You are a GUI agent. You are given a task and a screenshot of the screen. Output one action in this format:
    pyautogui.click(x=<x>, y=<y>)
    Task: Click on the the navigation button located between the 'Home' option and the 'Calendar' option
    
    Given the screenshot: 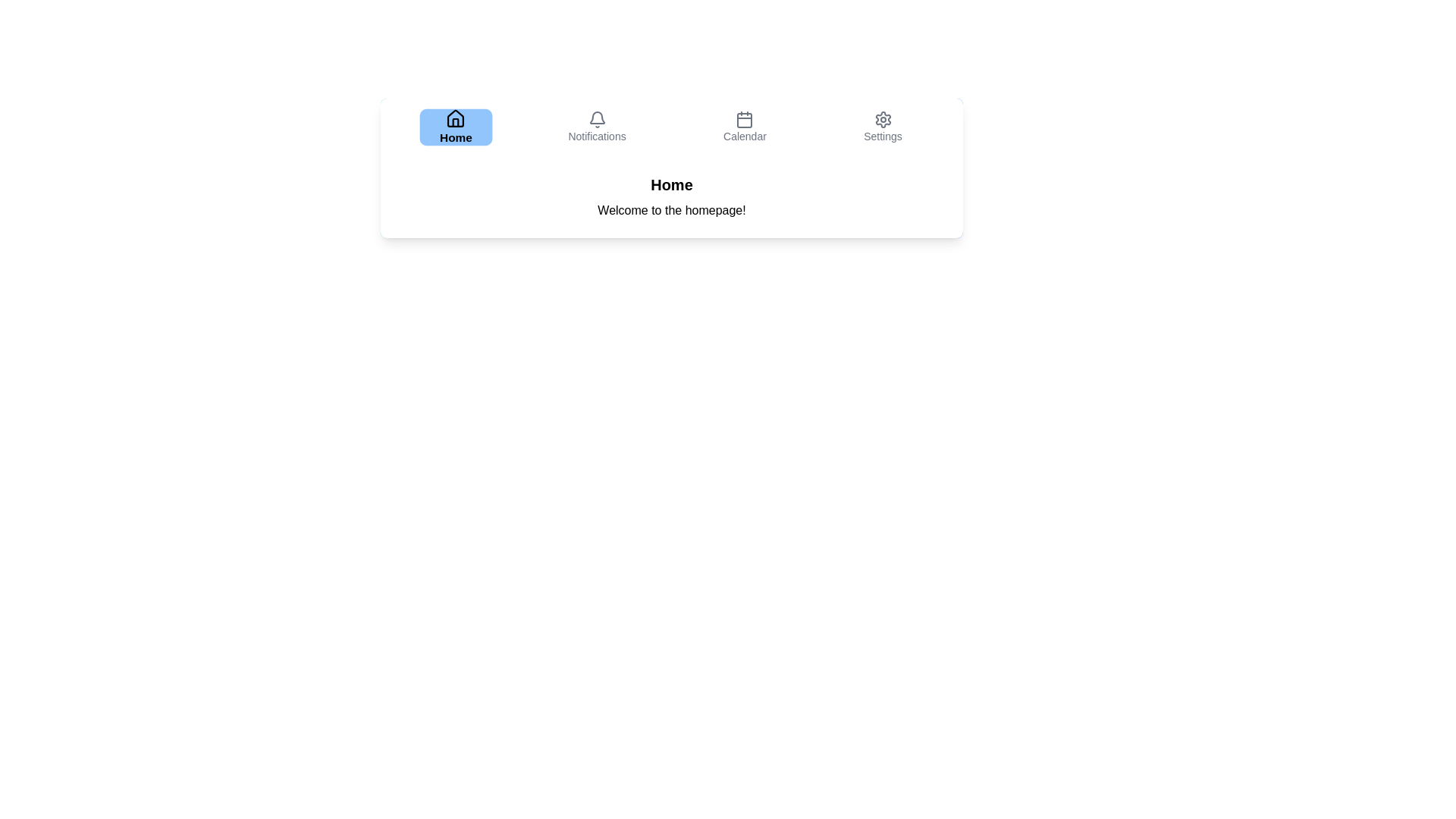 What is the action you would take?
    pyautogui.click(x=596, y=127)
    